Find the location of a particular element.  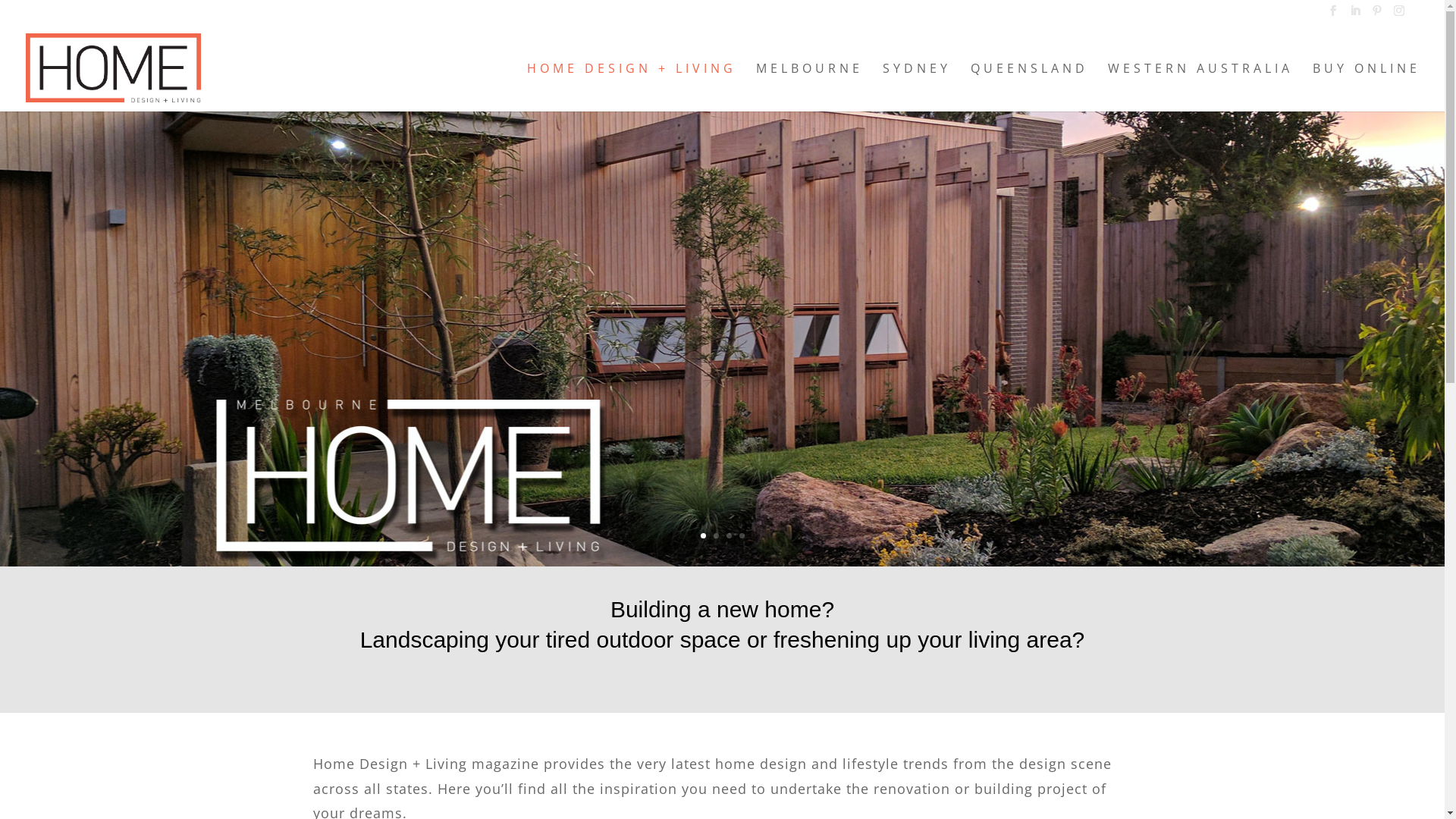

'4' is located at coordinates (741, 535).